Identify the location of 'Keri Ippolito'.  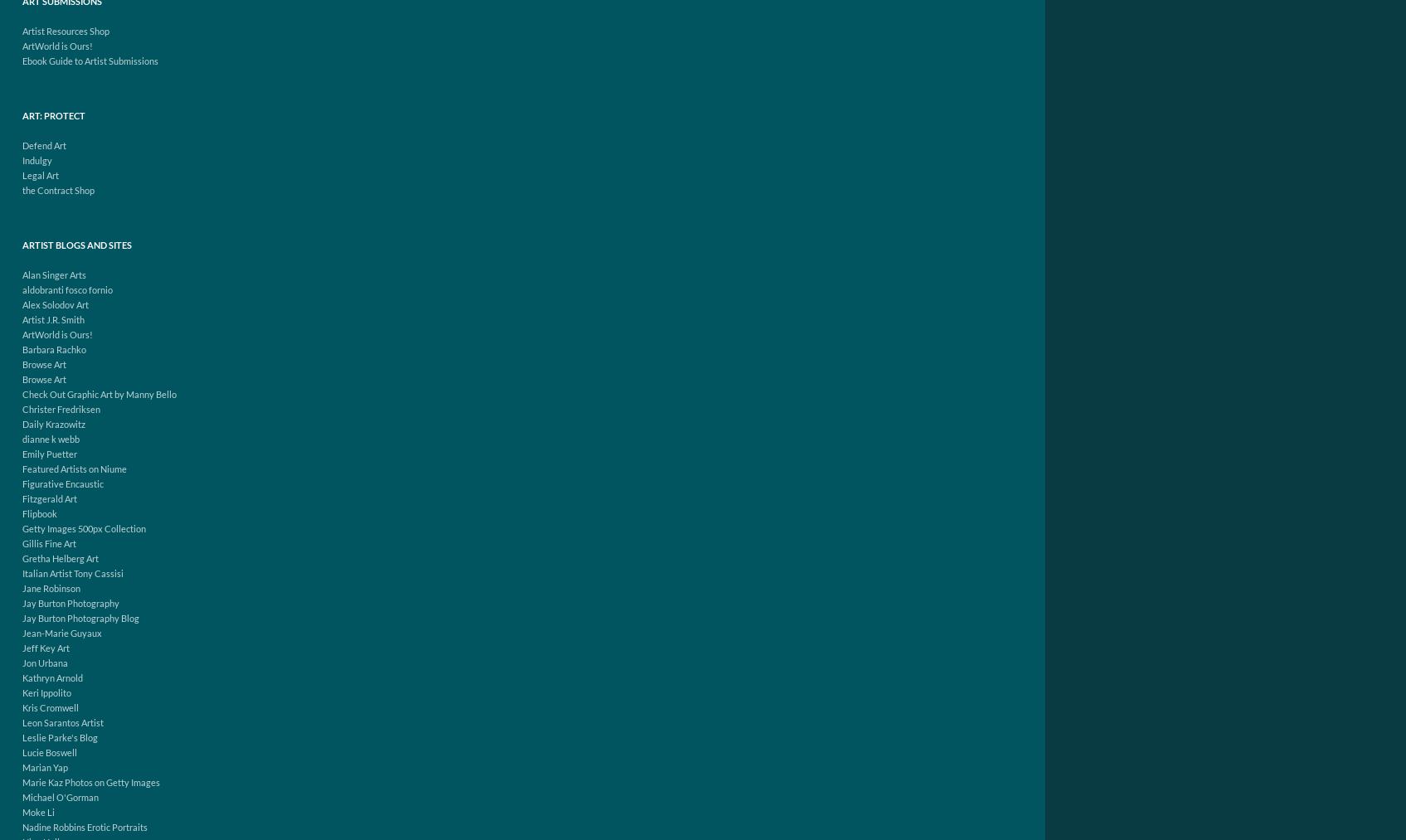
(46, 692).